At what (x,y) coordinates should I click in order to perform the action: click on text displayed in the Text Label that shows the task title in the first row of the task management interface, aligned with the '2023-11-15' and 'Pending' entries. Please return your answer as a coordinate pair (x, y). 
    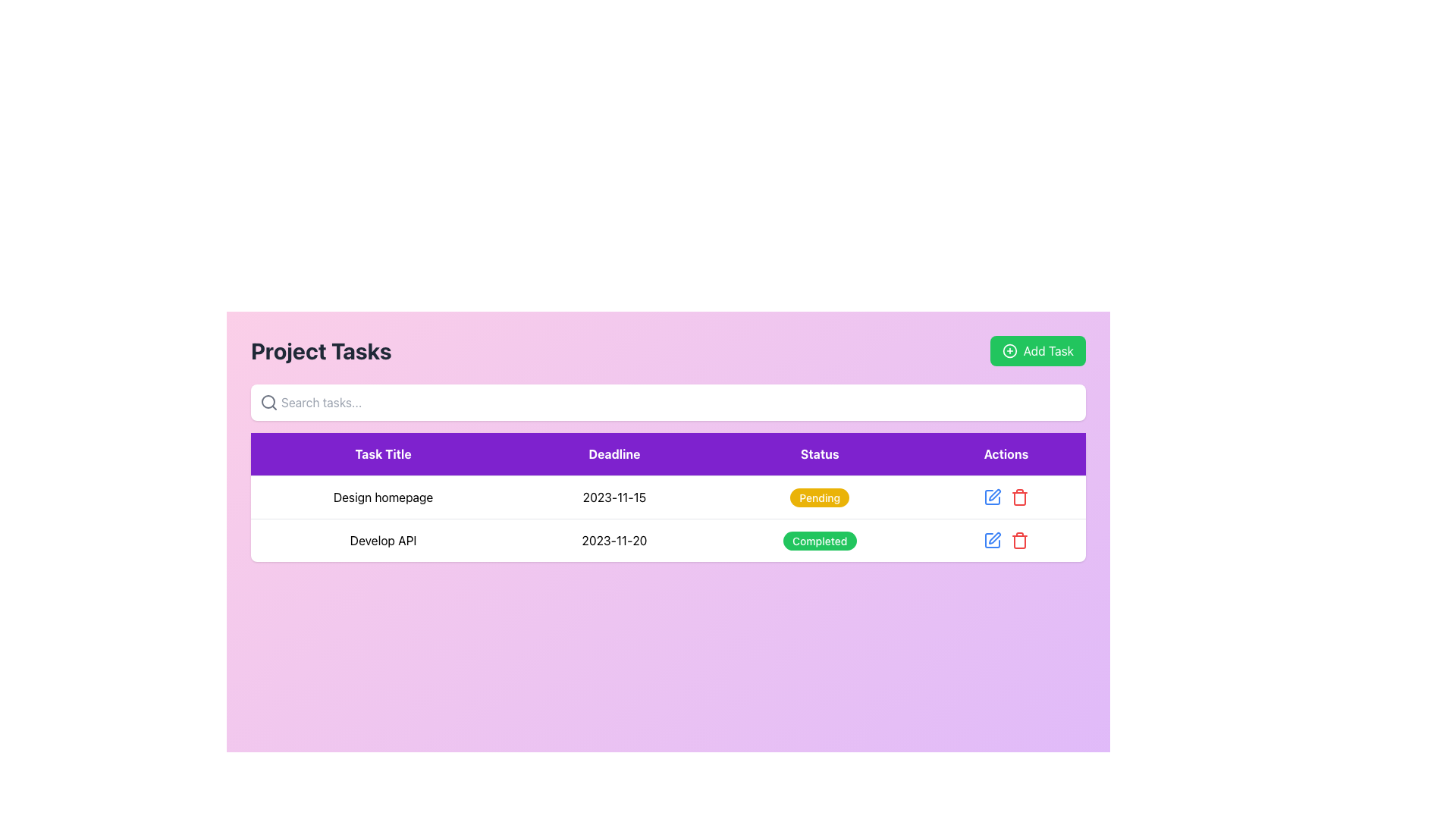
    Looking at the image, I should click on (383, 497).